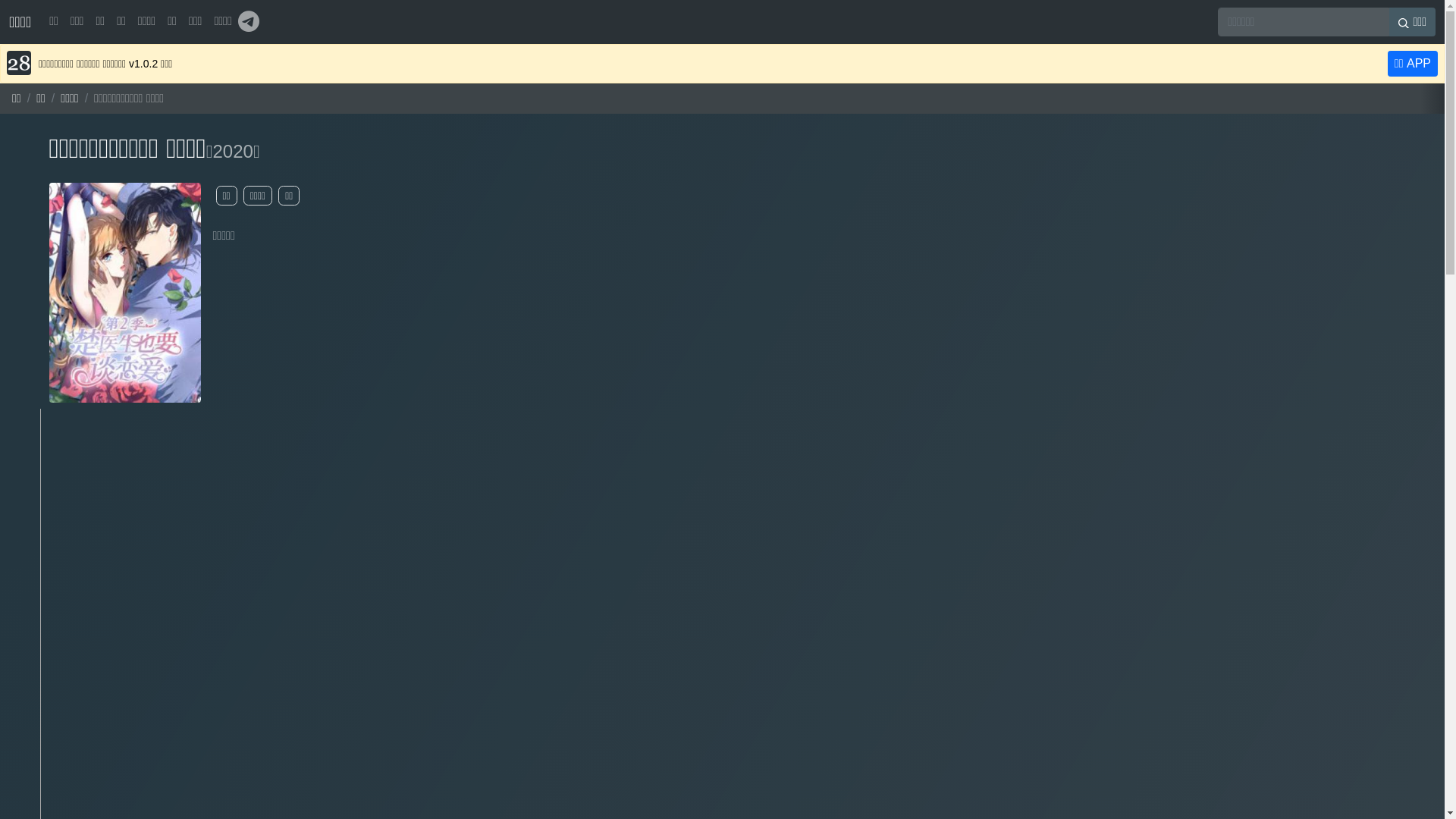 The width and height of the screenshot is (1456, 819). Describe the element at coordinates (231, 151) in the screenshot. I see `'2020'` at that location.